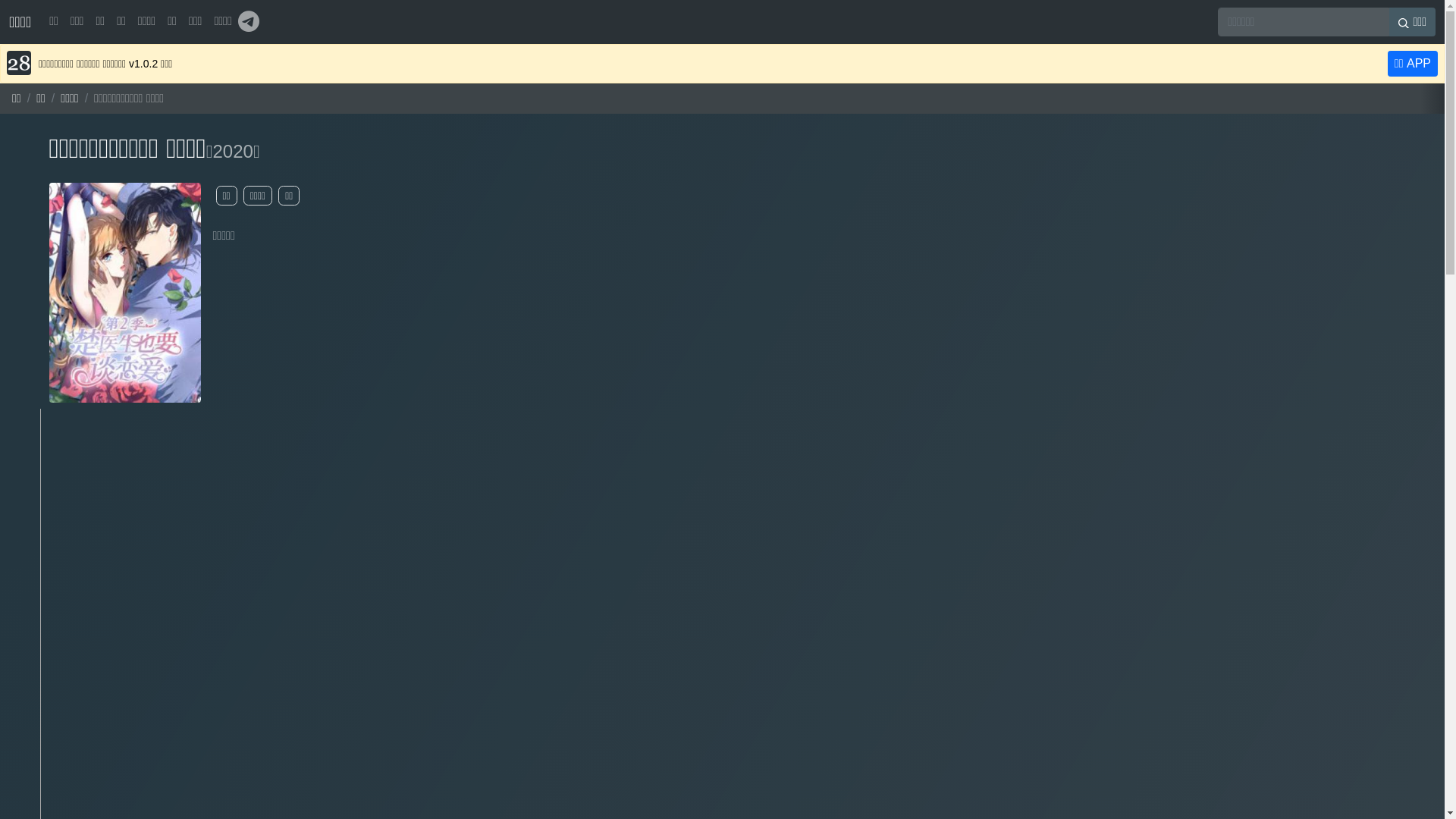 The width and height of the screenshot is (1456, 819). Describe the element at coordinates (231, 151) in the screenshot. I see `'2020'` at that location.